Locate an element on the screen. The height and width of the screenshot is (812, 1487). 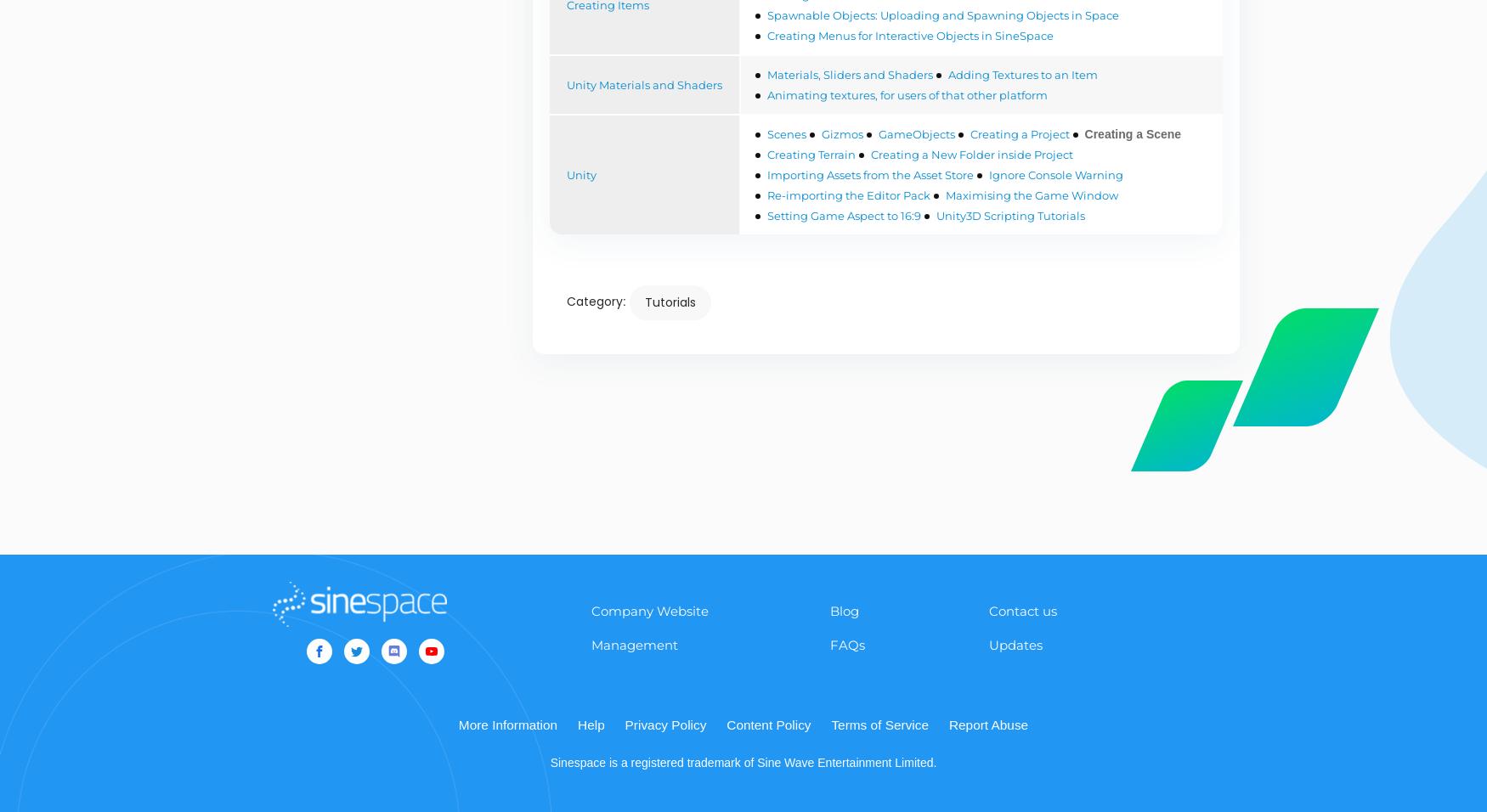
'Creating Menus for Interactive Objects in SineSpace' is located at coordinates (909, 34).